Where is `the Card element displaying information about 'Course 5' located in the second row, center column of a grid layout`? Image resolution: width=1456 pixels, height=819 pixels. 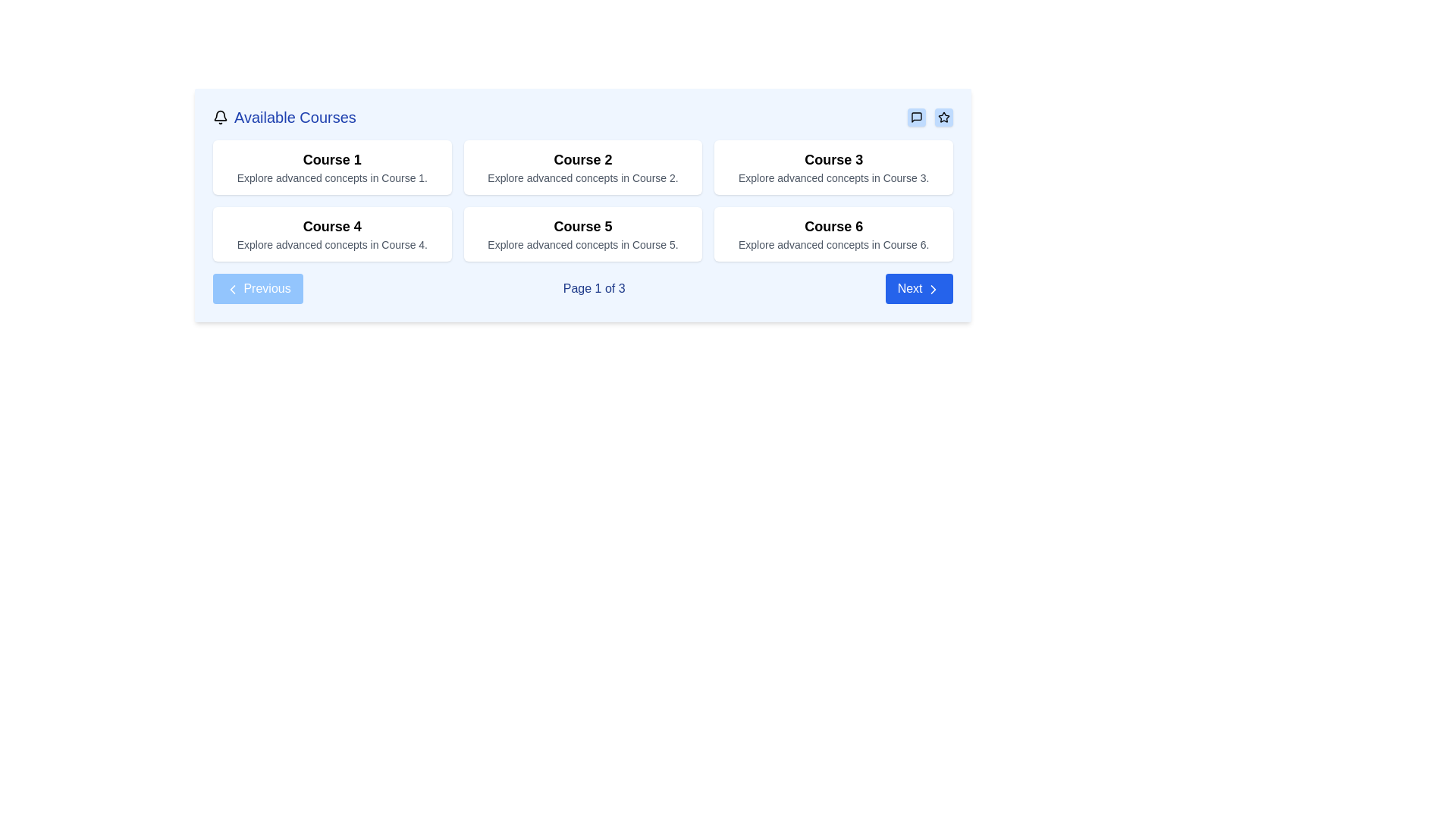 the Card element displaying information about 'Course 5' located in the second row, center column of a grid layout is located at coordinates (582, 234).